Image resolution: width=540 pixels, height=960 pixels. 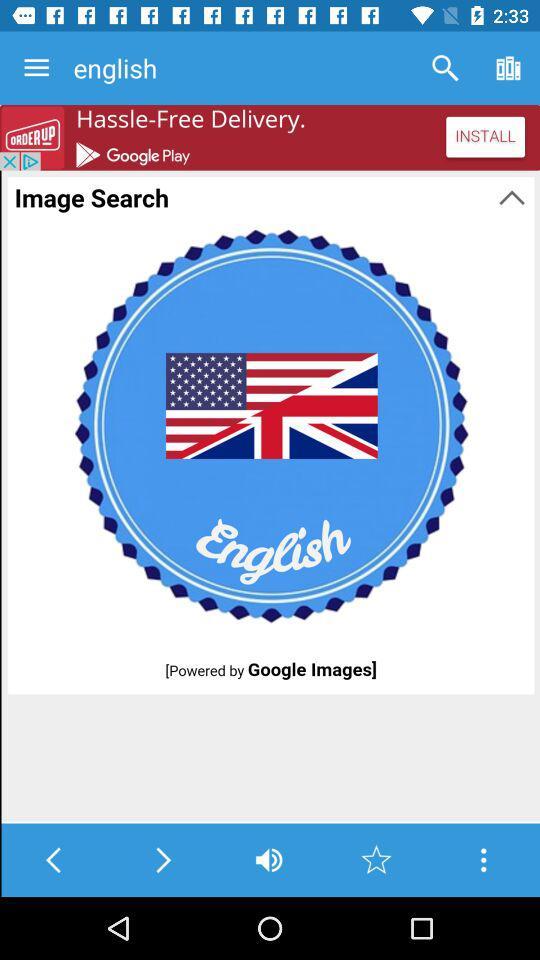 I want to click on sound, so click(x=269, y=859).